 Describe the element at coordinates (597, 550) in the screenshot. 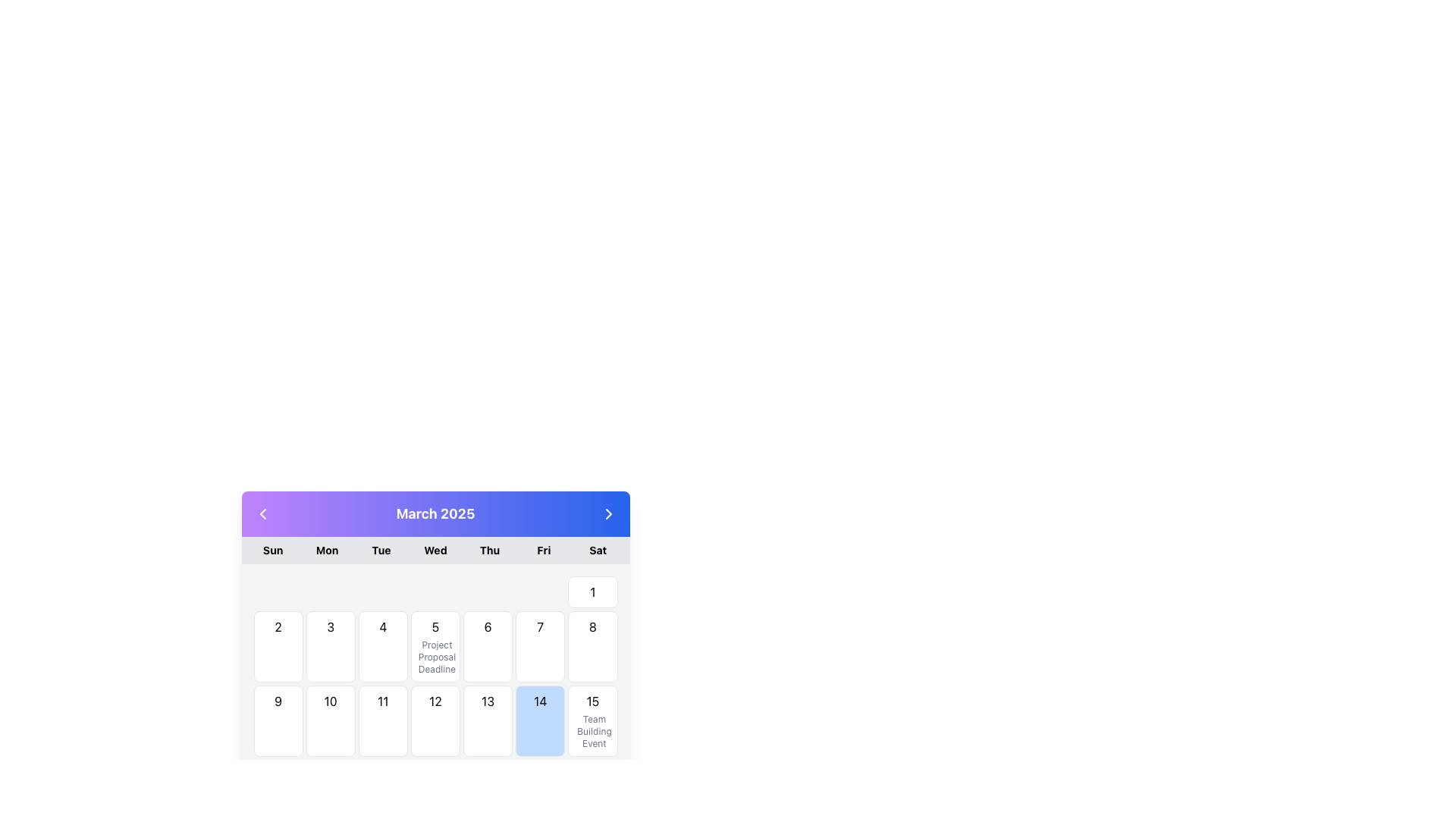

I see `the Text Label displaying 'Sat' in bold black font on a gray background, which is the last item in a row of day names in the calendar header` at that location.